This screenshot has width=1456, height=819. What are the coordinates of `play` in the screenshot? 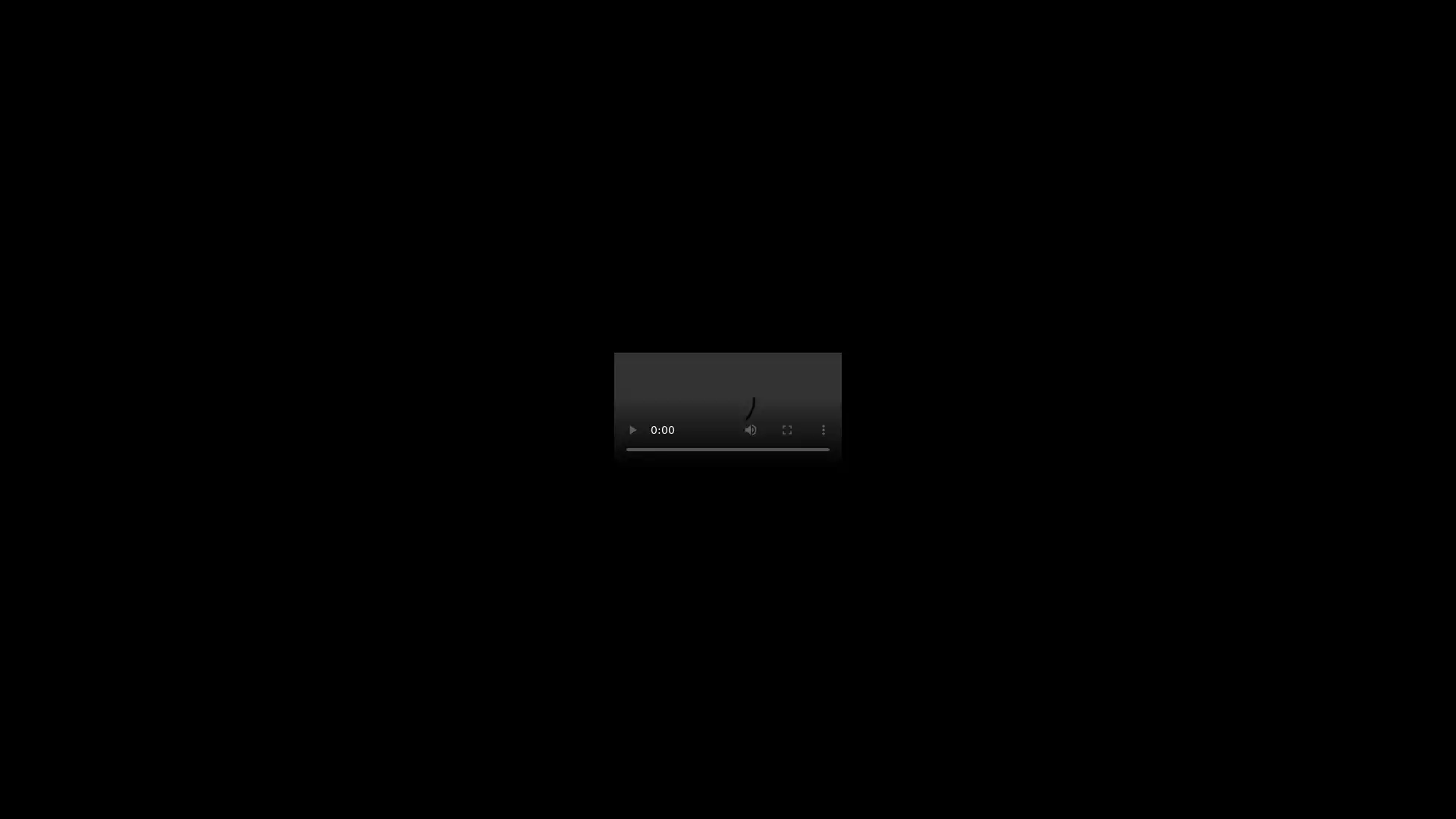 It's located at (632, 430).